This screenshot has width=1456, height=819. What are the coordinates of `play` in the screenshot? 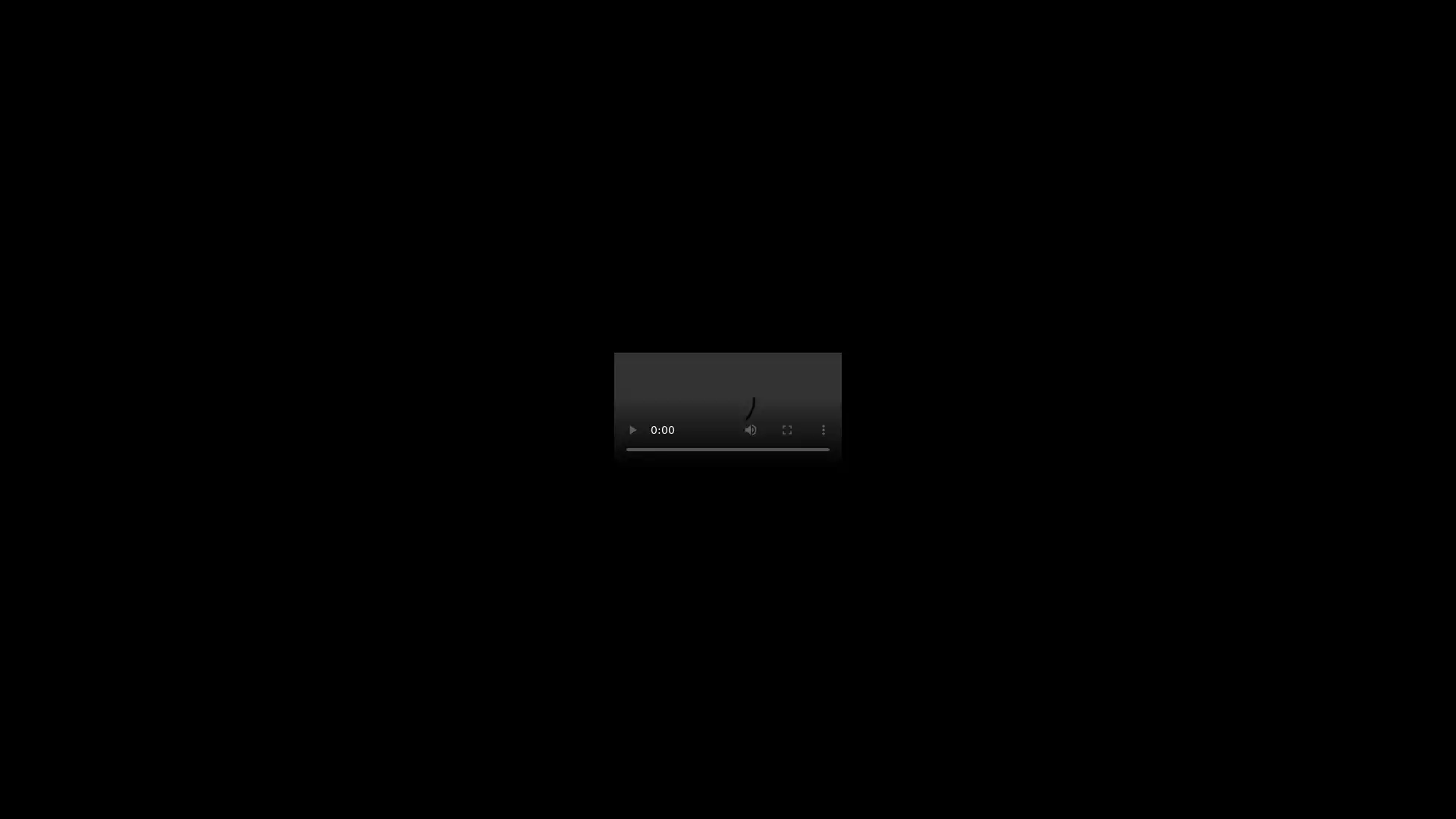 It's located at (632, 430).